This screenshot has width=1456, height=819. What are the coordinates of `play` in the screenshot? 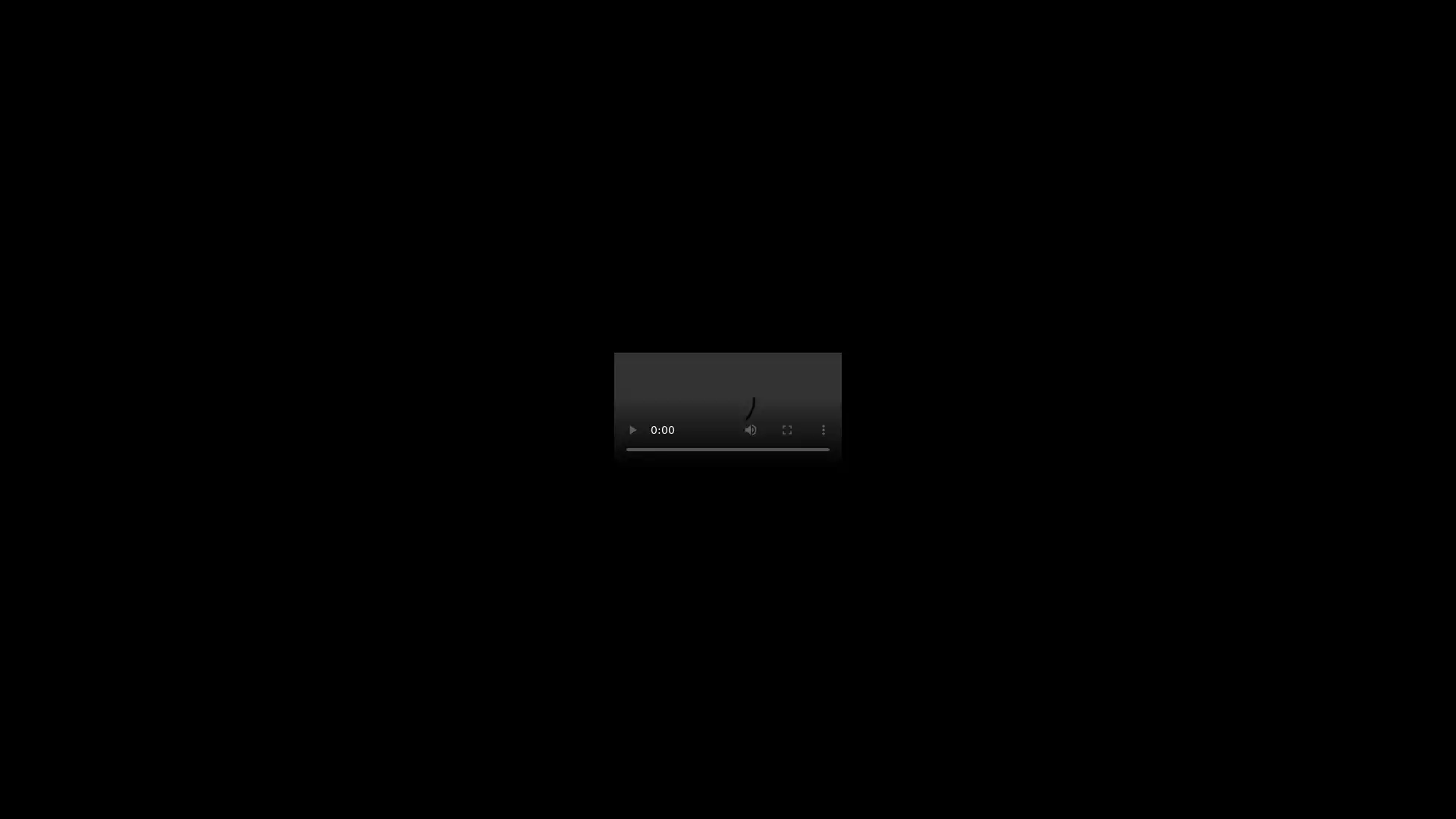 It's located at (632, 430).